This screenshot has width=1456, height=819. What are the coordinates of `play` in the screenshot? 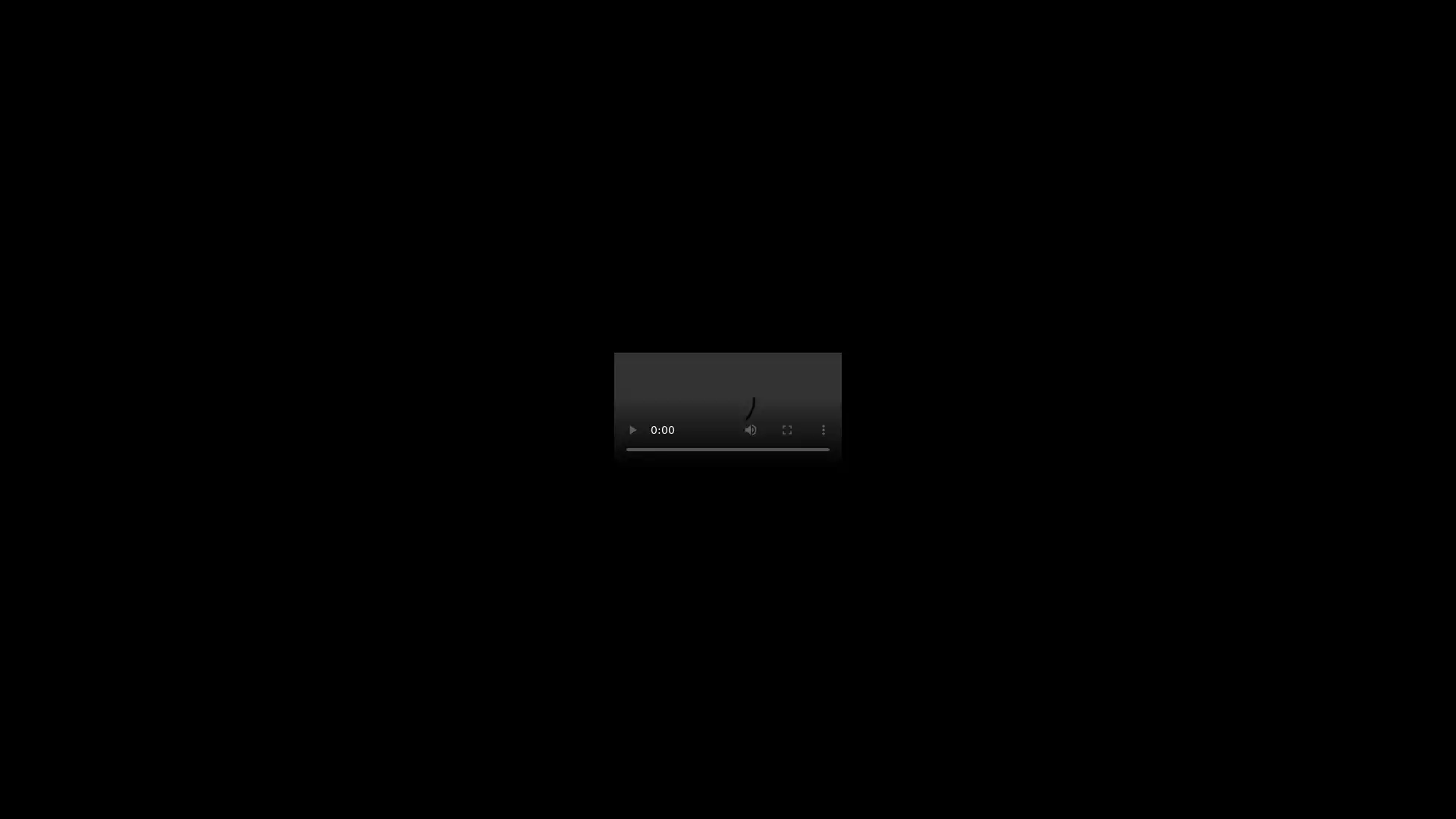 It's located at (632, 430).